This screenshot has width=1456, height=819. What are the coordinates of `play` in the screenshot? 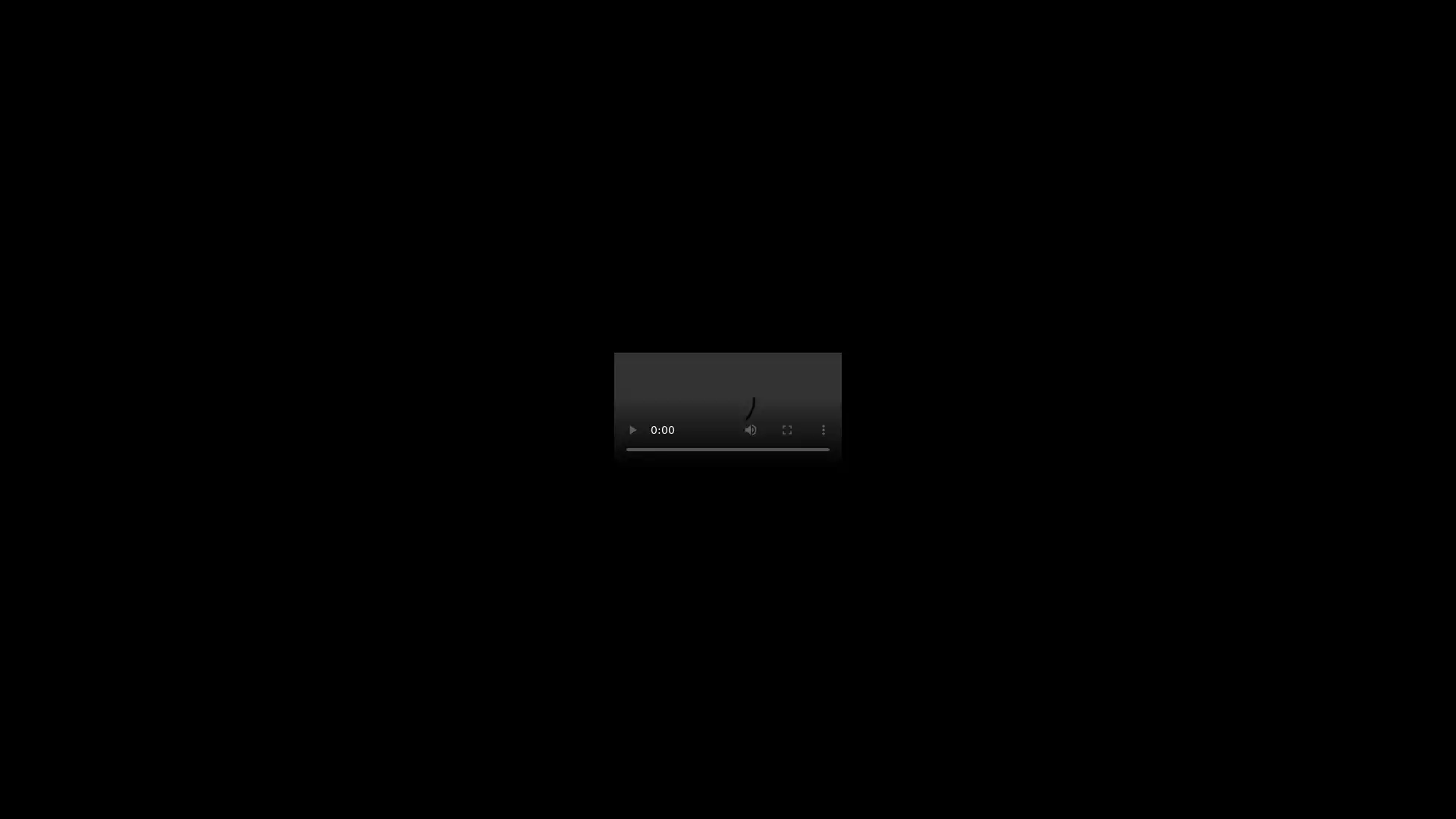 It's located at (632, 430).